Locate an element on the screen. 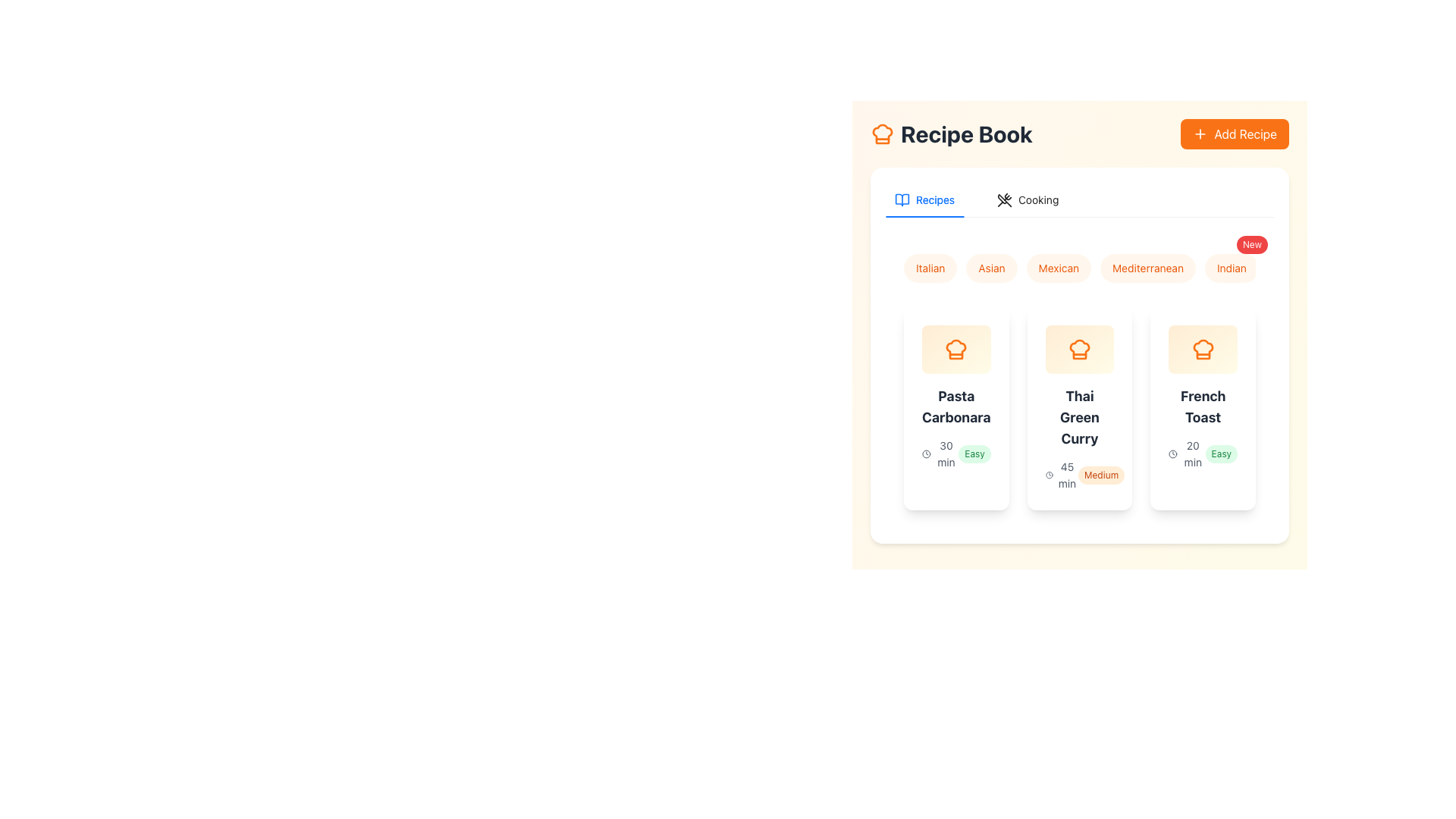 The height and width of the screenshot is (819, 1456). the 'Add Recipe' button with rounded corners, bright orange background, and white text is located at coordinates (1235, 133).